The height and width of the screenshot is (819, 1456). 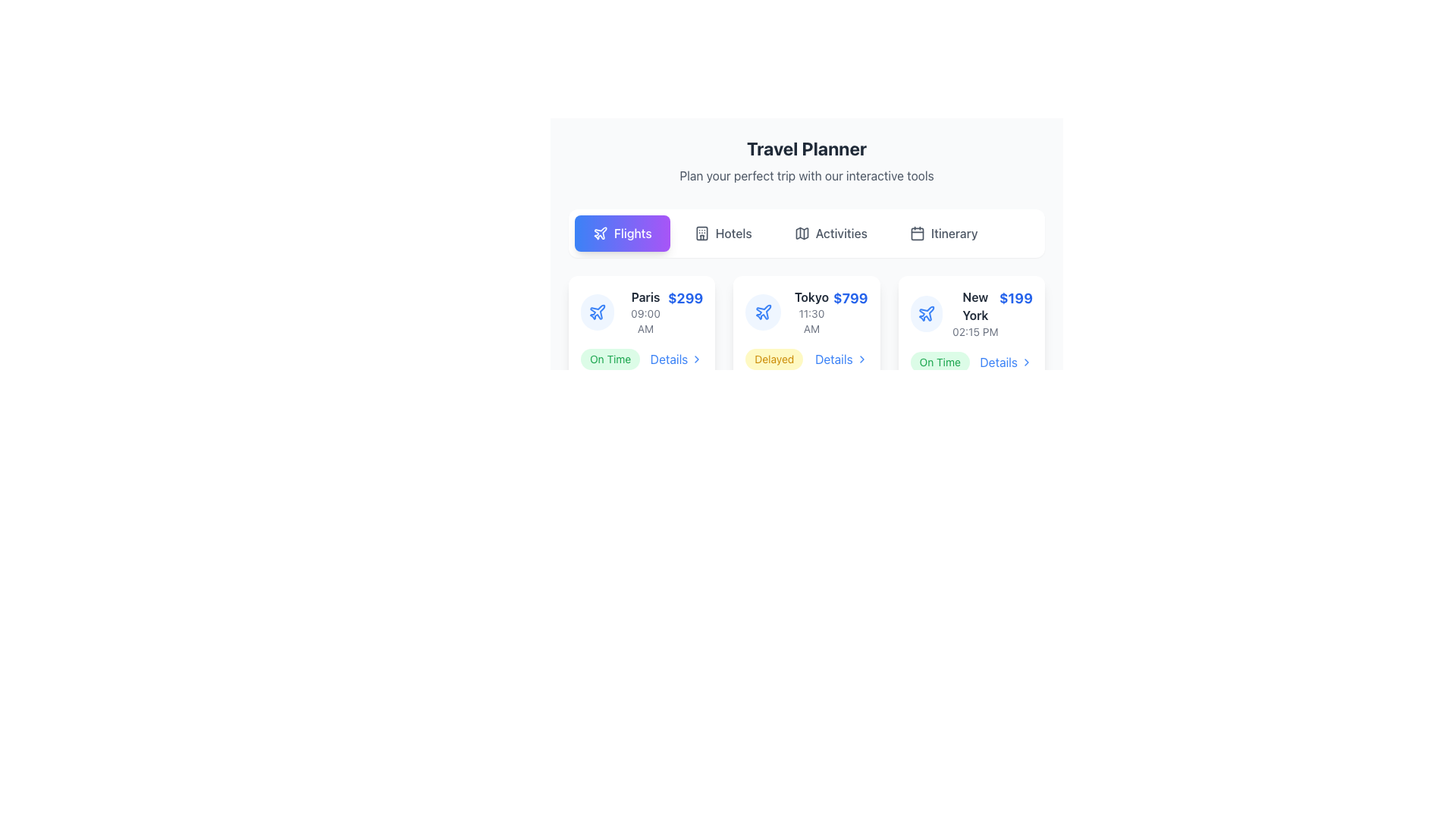 I want to click on the airplane icon that serves as a visual indicator for flight-related information within the flight details card, positioned above the text indicating destination and price, so click(x=597, y=311).